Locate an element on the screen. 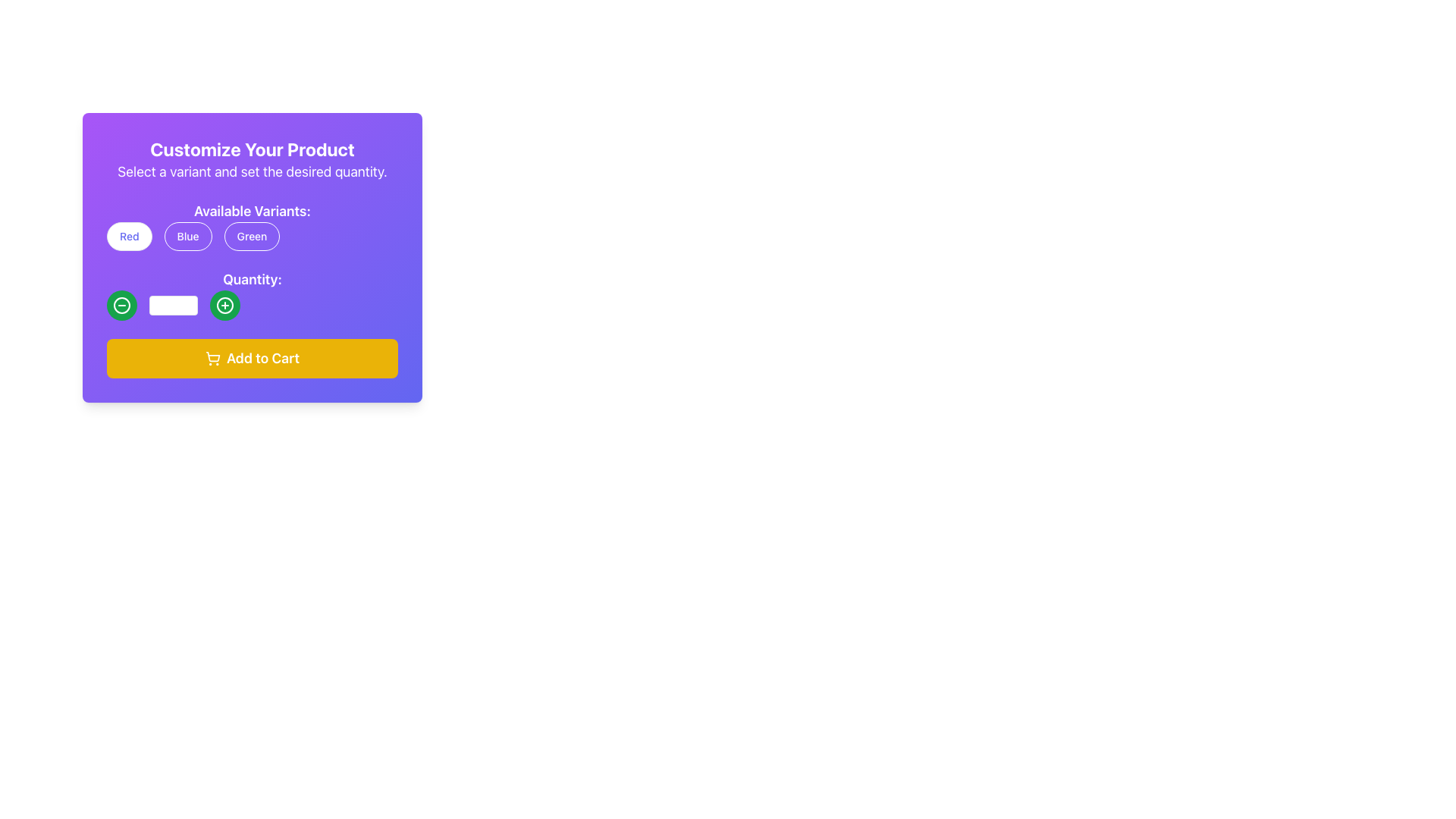 This screenshot has width=1456, height=819. the pill-shaped button labeled 'Green' with white text on a purple background is located at coordinates (252, 237).